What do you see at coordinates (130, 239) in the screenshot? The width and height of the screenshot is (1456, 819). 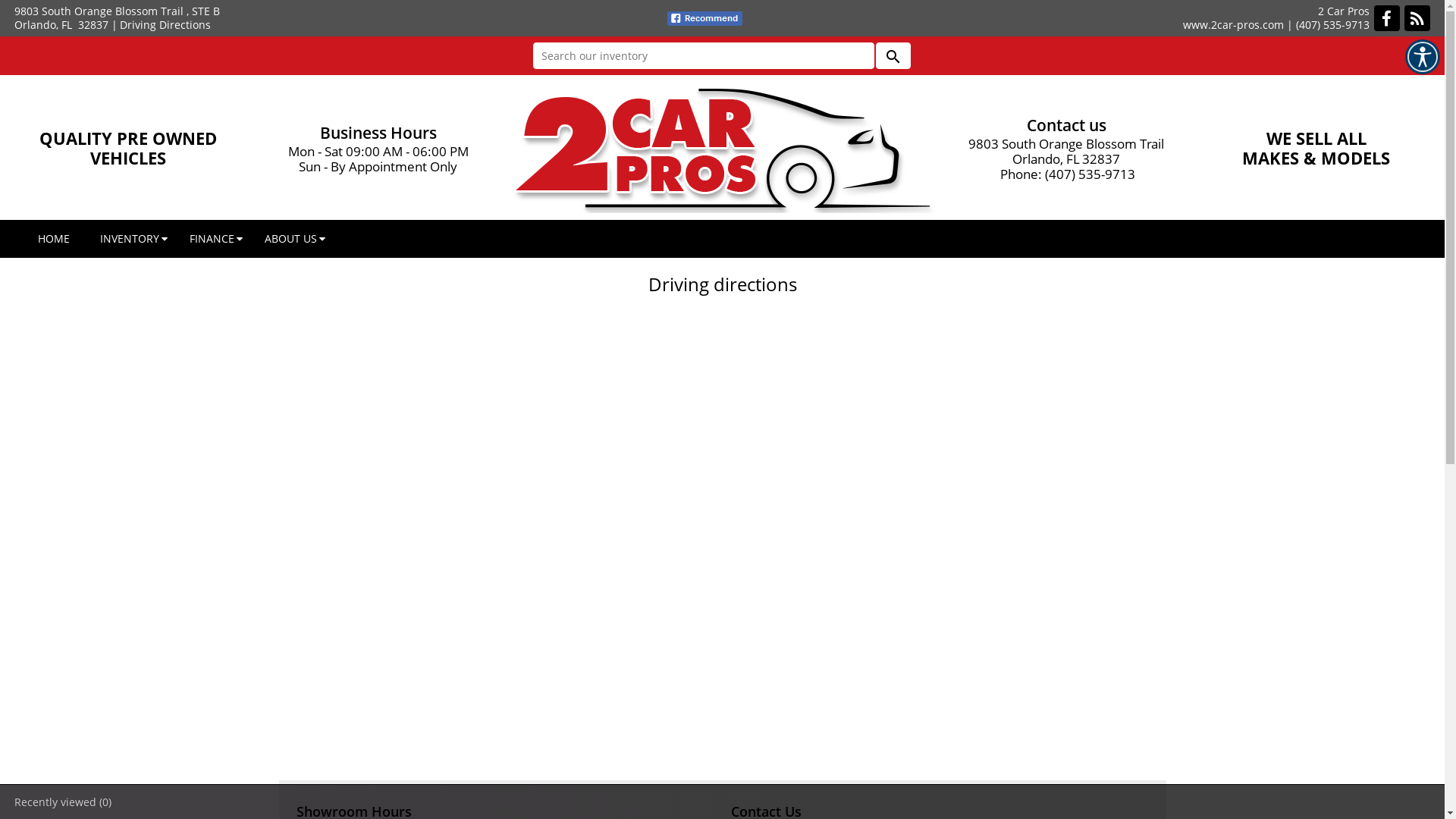 I see `'INVENTORY'` at bounding box center [130, 239].